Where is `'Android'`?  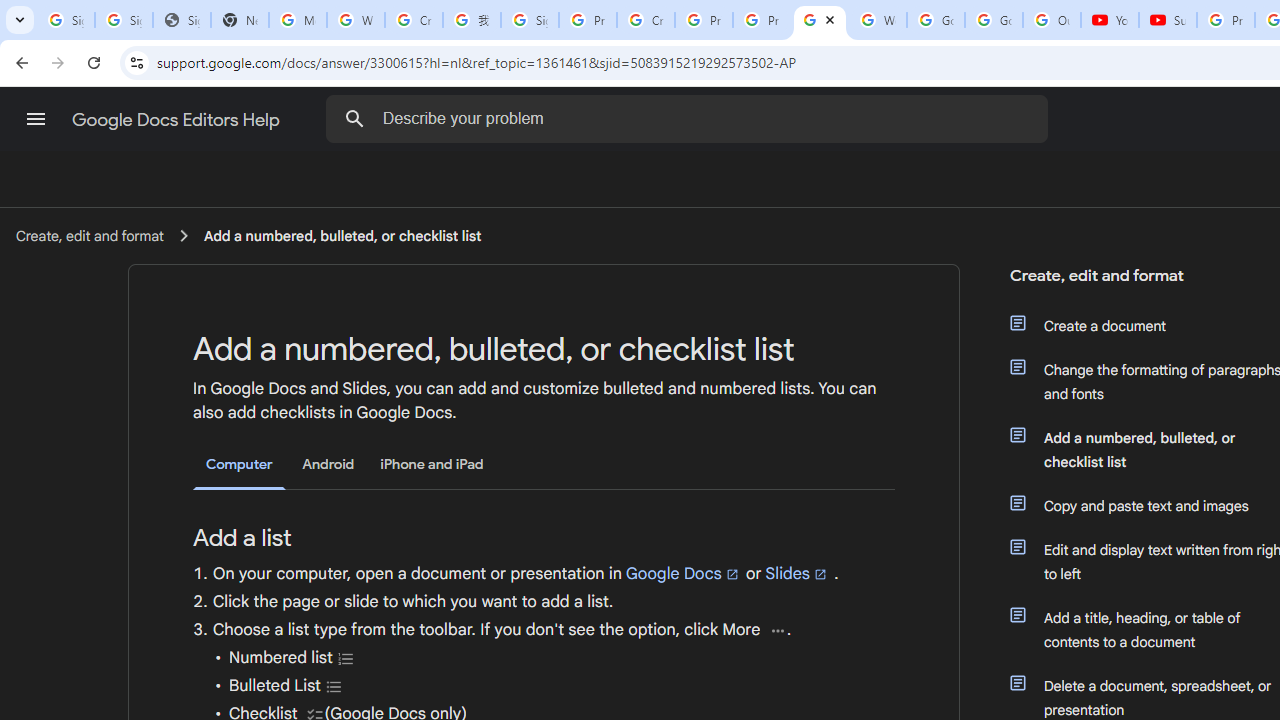
'Android' is located at coordinates (328, 464).